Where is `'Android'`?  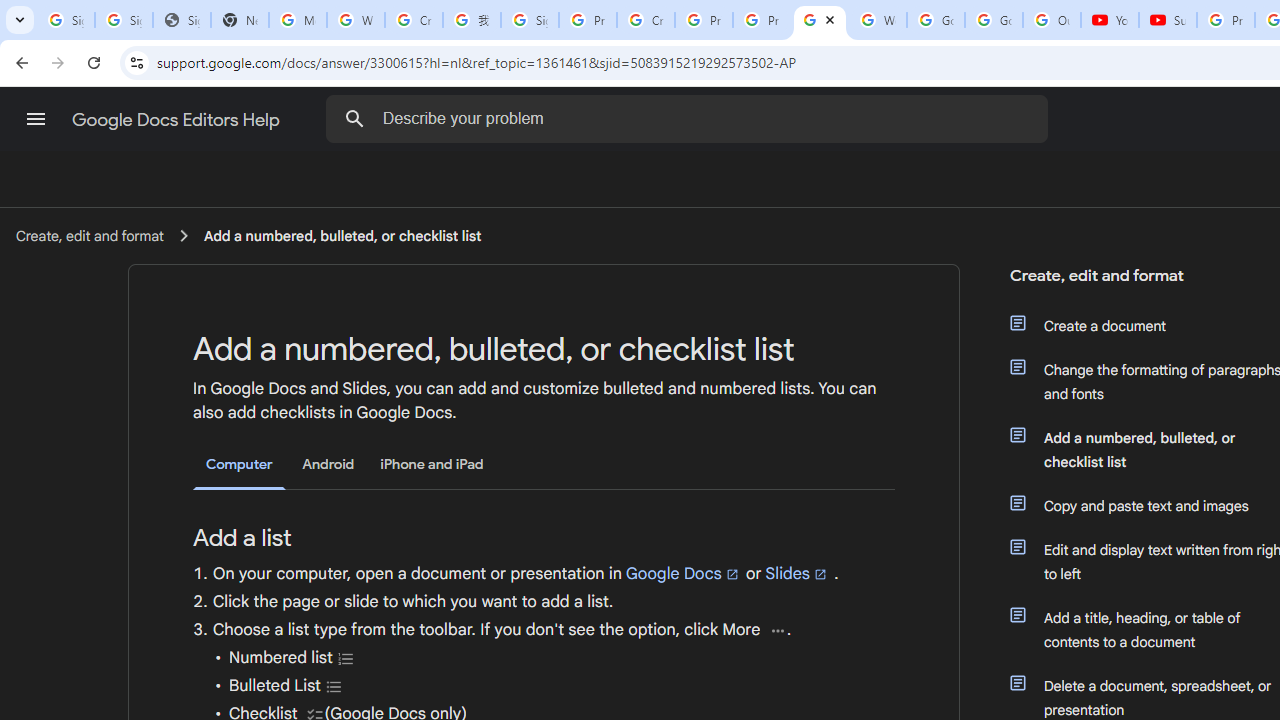
'Android' is located at coordinates (328, 464).